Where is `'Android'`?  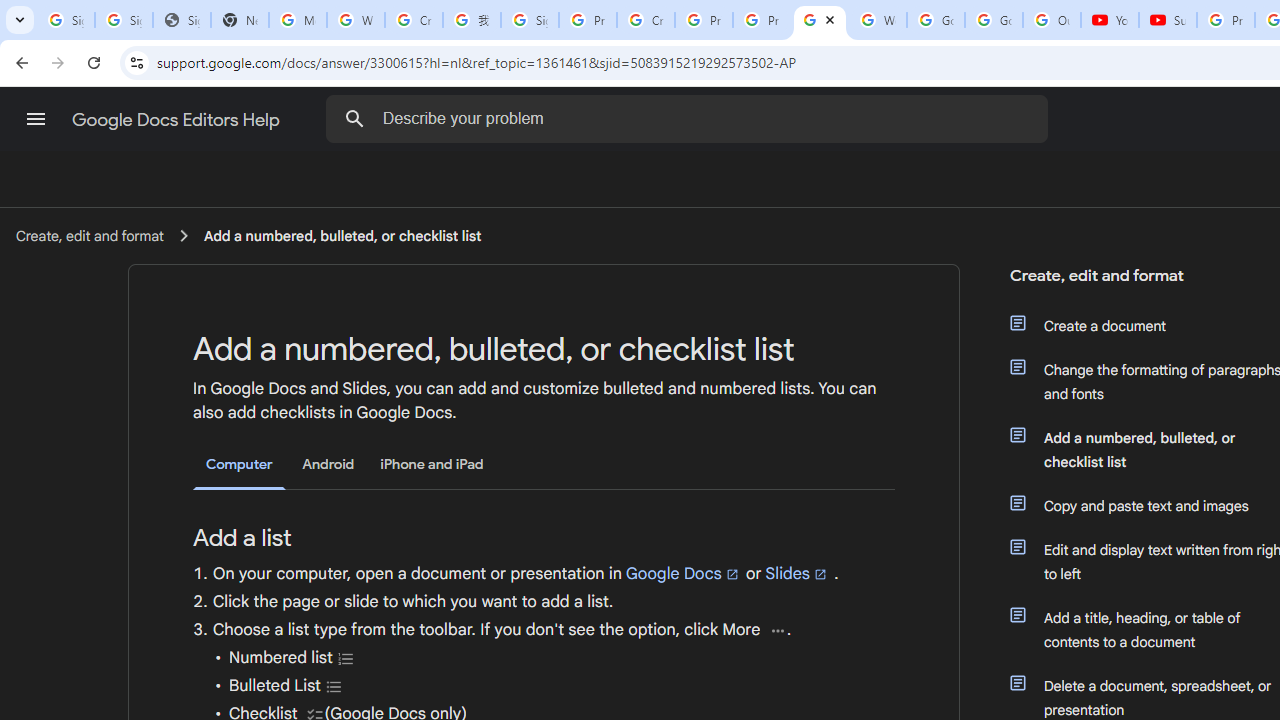
'Android' is located at coordinates (328, 464).